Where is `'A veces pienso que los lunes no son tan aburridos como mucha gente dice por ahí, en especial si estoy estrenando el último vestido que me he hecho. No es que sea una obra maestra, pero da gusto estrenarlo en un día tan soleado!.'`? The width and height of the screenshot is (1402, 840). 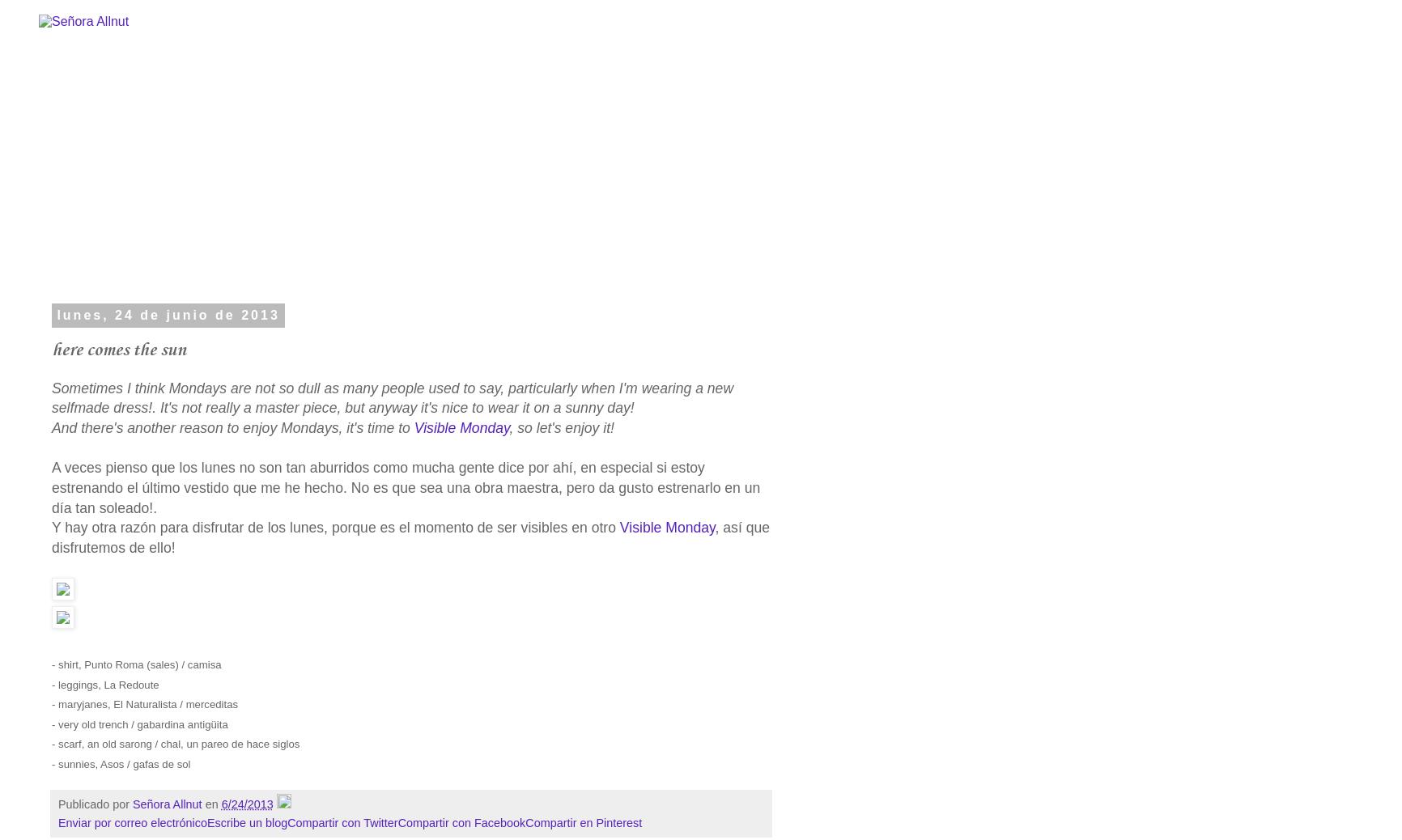 'A veces pienso que los lunes no son tan aburridos como mucha gente dice por ahí, en especial si estoy estrenando el último vestido que me he hecho. No es que sea una obra maestra, pero da gusto estrenarlo en un día tan soleado!.' is located at coordinates (52, 486).